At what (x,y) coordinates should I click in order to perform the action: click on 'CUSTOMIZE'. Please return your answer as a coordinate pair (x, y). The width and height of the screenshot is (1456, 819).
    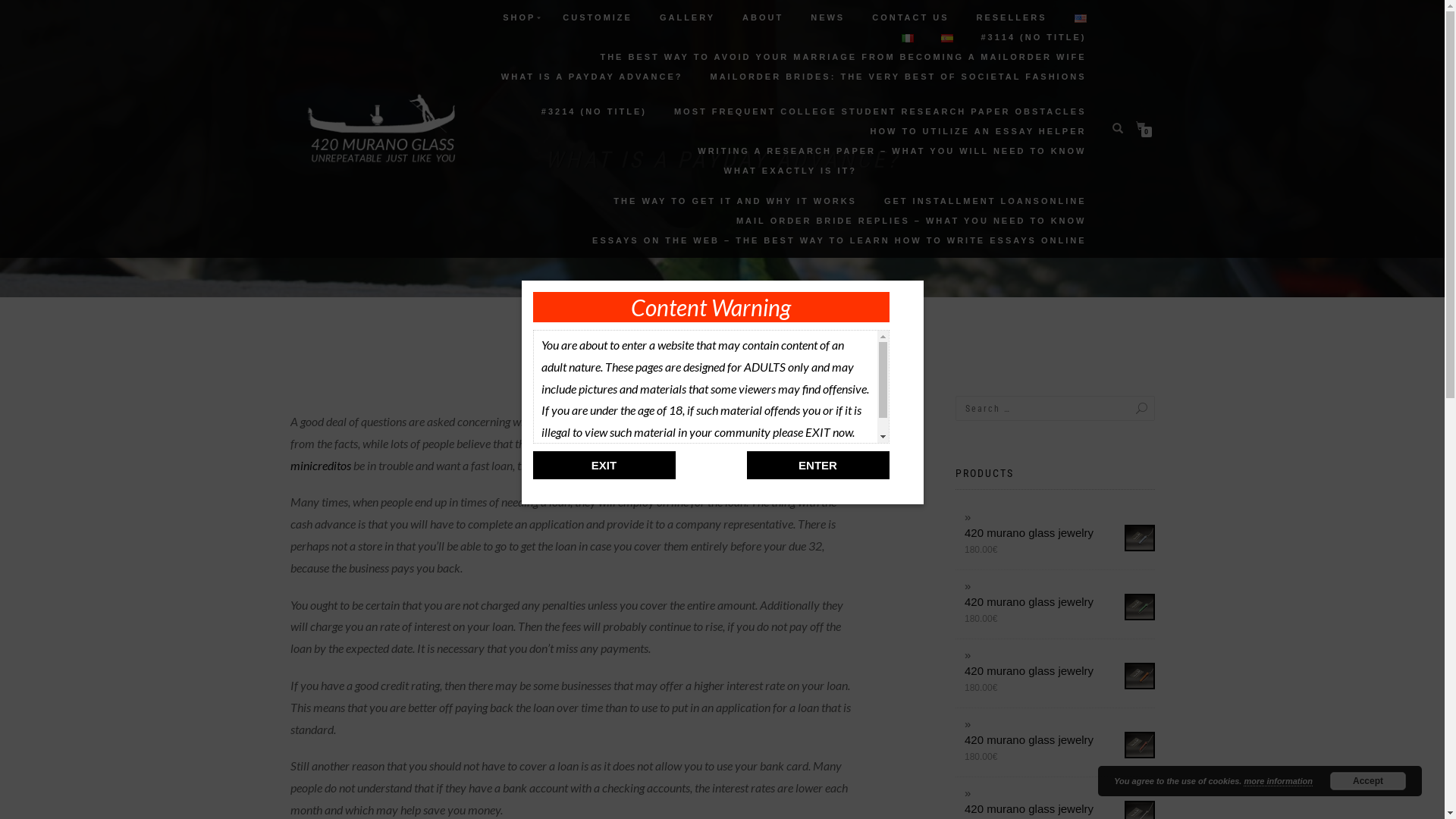
    Looking at the image, I should click on (596, 17).